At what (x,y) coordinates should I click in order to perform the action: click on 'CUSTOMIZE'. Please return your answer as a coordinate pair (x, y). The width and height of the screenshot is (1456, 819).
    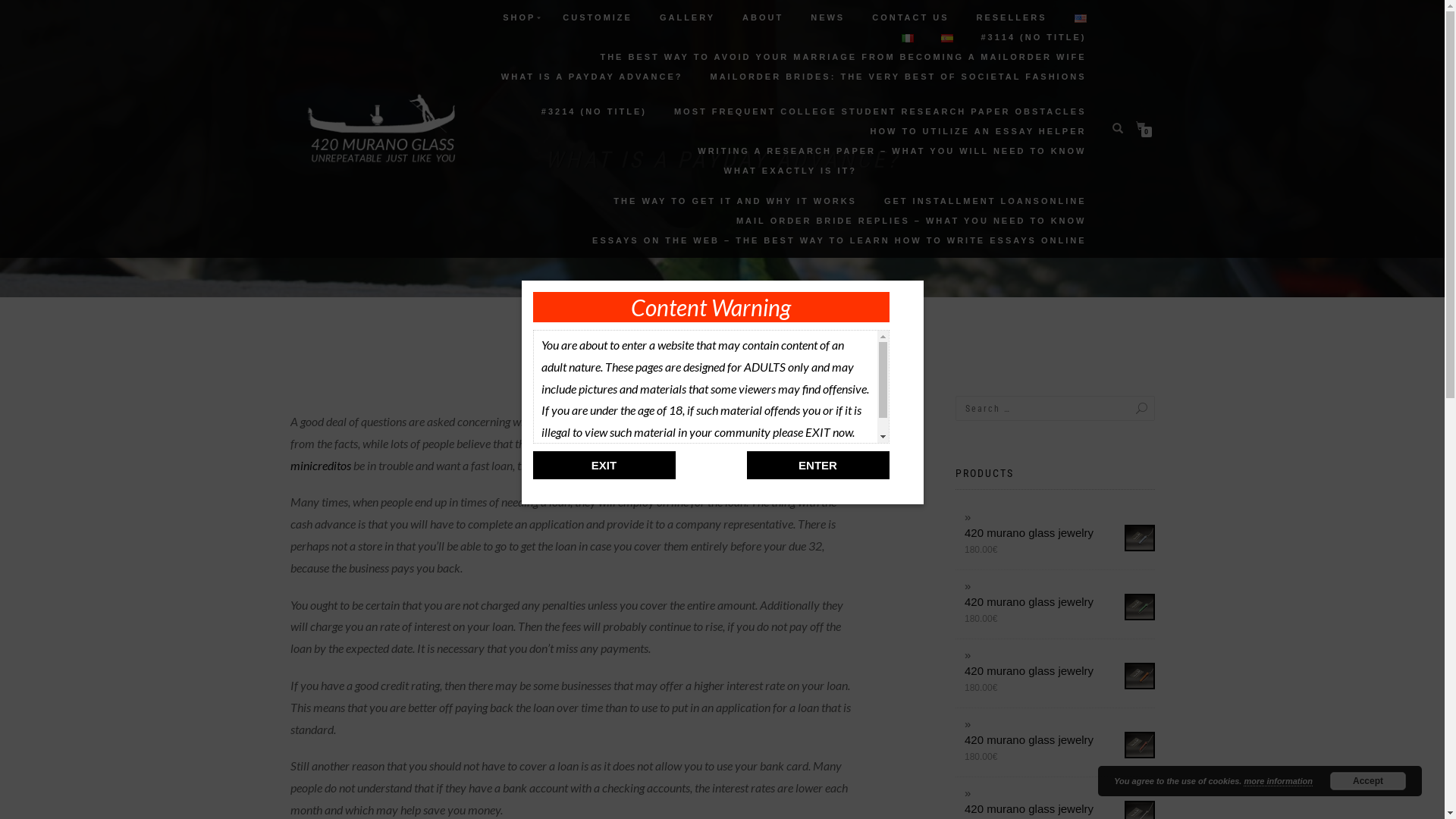
    Looking at the image, I should click on (596, 17).